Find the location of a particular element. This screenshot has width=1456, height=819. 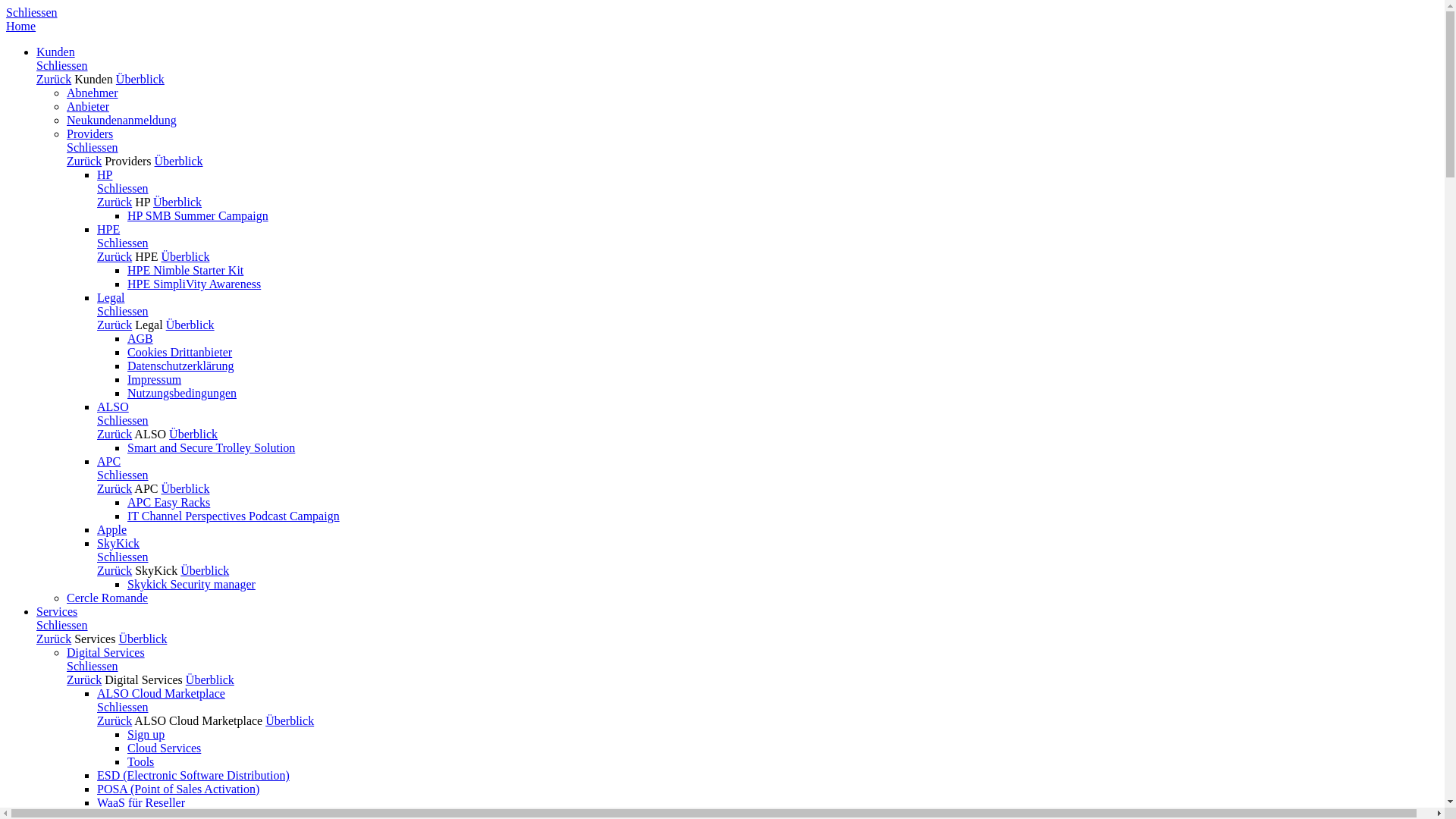

'AGB' is located at coordinates (127, 337).